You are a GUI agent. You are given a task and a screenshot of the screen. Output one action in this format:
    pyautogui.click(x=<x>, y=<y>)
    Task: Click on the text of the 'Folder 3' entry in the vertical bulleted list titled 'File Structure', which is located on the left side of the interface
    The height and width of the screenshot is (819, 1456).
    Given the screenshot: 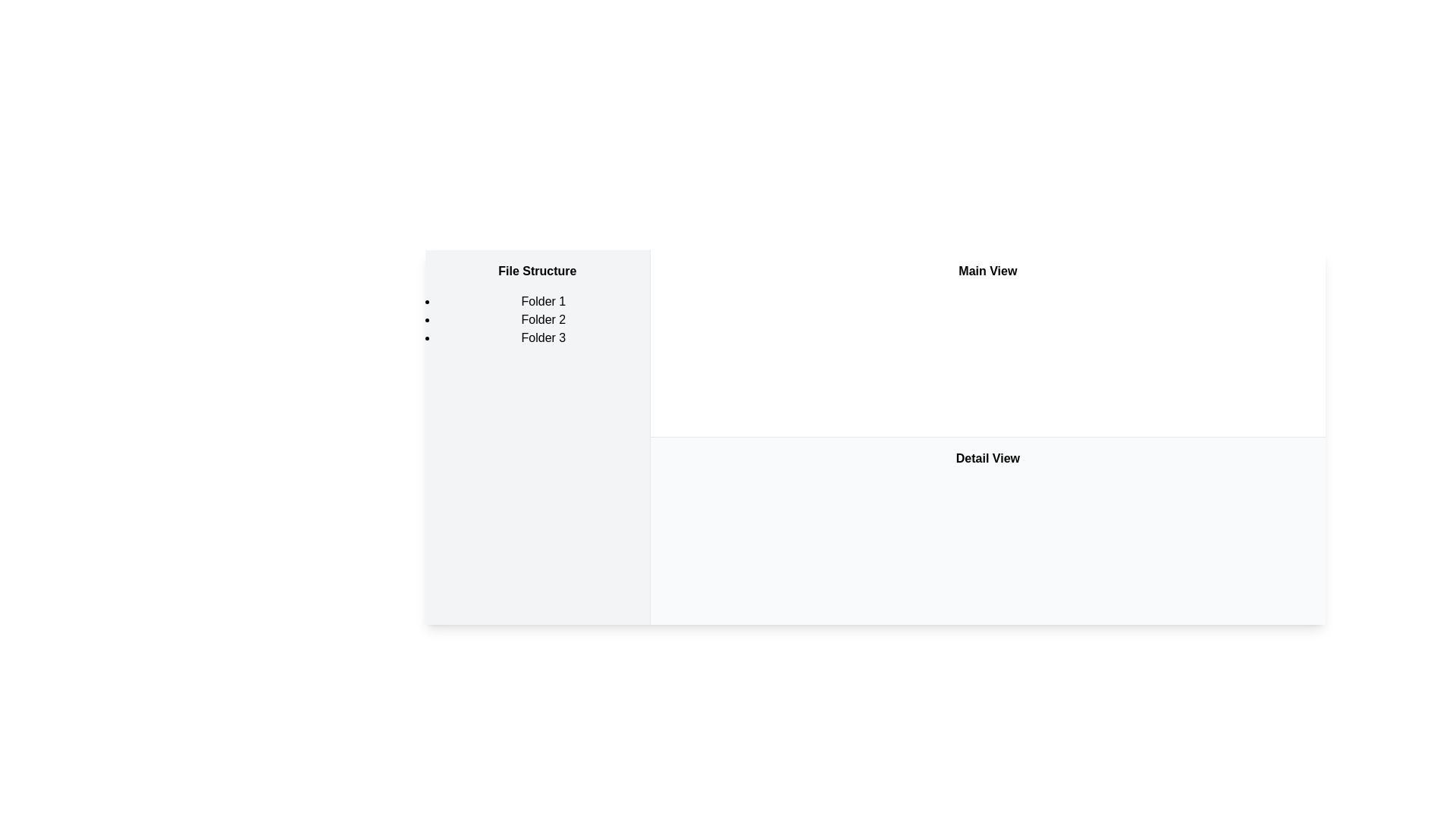 What is the action you would take?
    pyautogui.click(x=543, y=337)
    